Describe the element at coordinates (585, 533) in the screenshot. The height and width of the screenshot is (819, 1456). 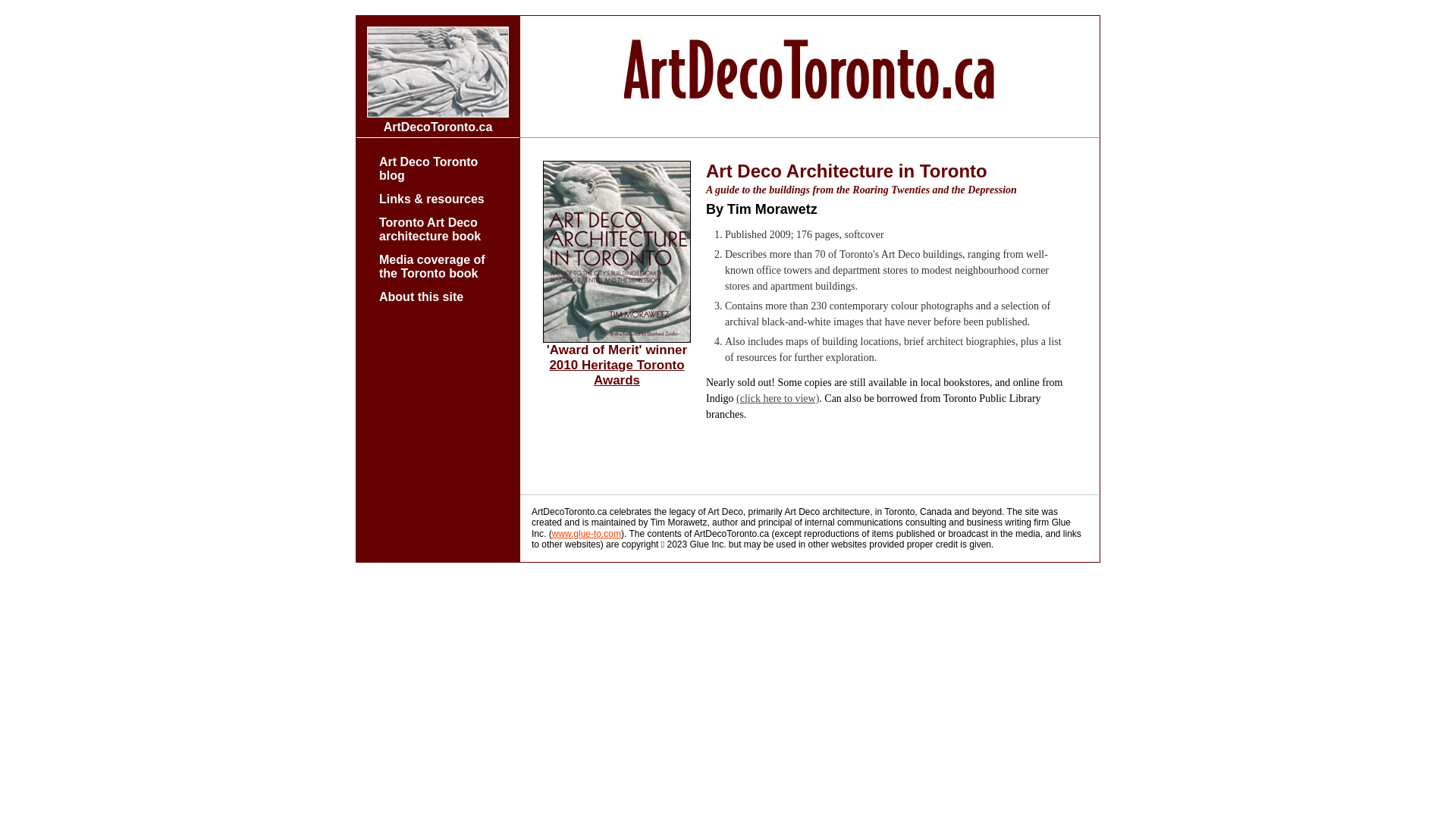
I see `'www.glue-to.com'` at that location.